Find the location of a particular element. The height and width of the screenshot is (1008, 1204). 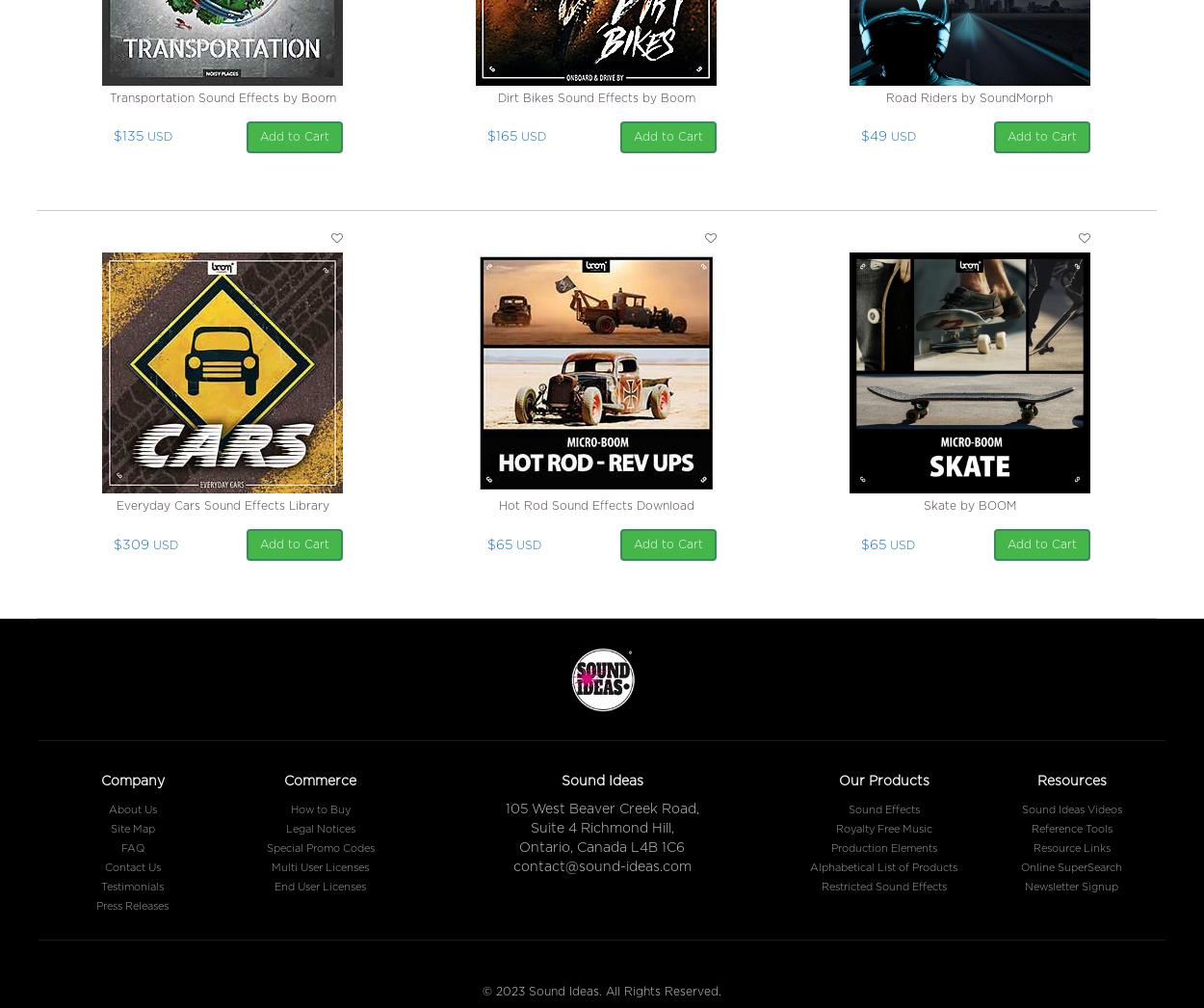

'$49' is located at coordinates (873, 136).